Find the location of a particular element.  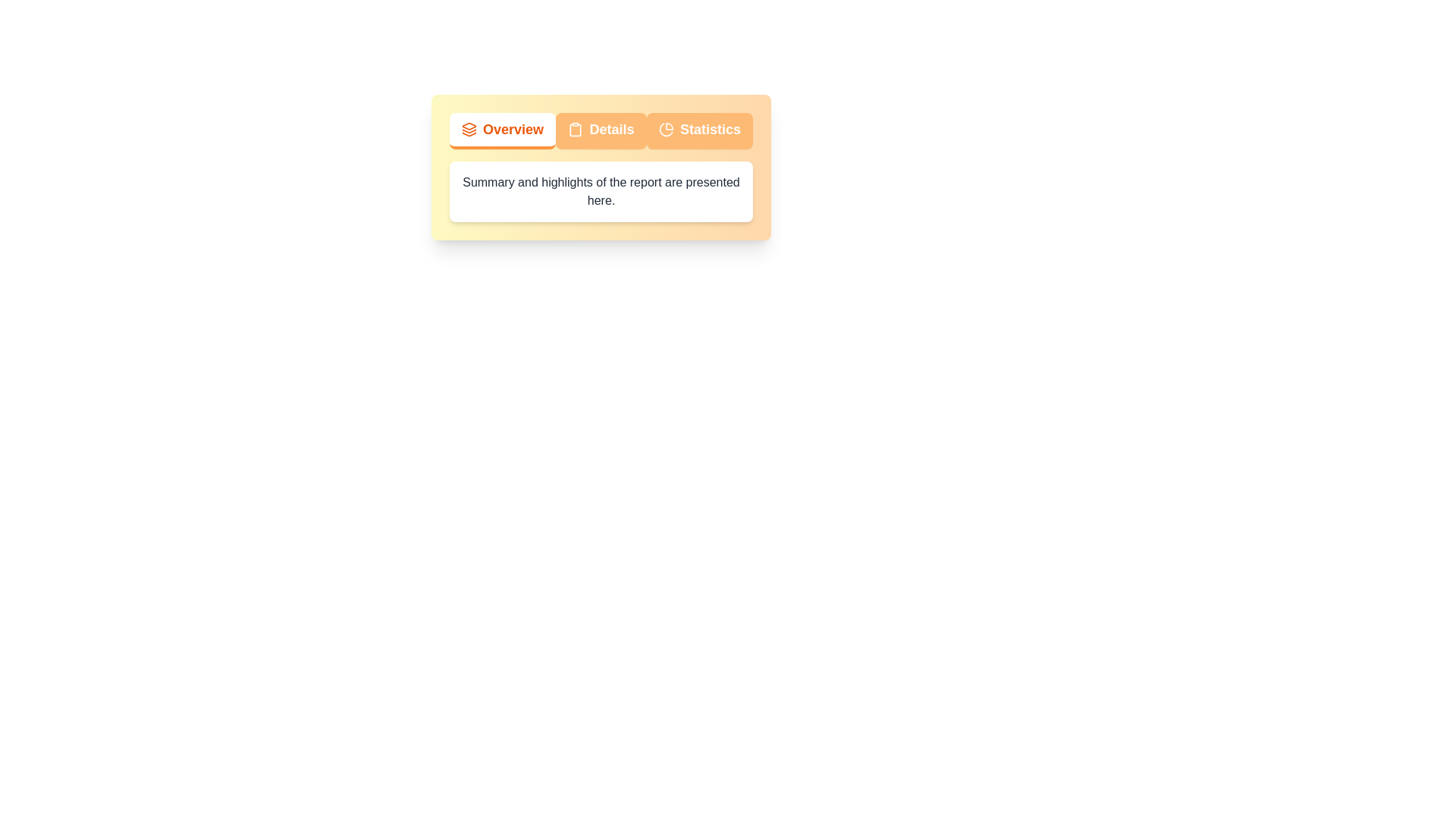

the clipboard icon located in the 'Details' section header within the second tab of the horizontal navigation menu is located at coordinates (575, 129).